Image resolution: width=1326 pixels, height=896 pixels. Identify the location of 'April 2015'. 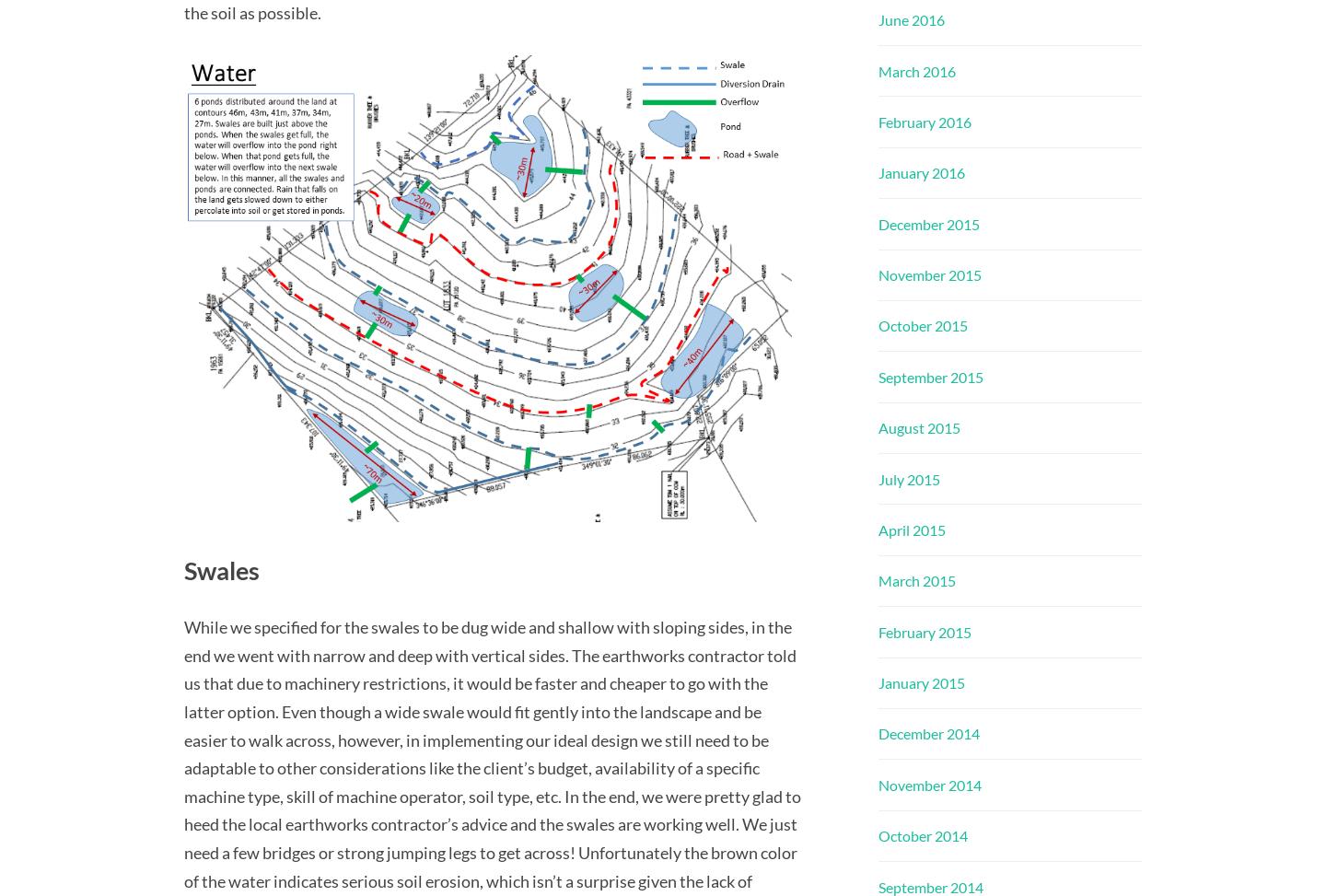
(911, 529).